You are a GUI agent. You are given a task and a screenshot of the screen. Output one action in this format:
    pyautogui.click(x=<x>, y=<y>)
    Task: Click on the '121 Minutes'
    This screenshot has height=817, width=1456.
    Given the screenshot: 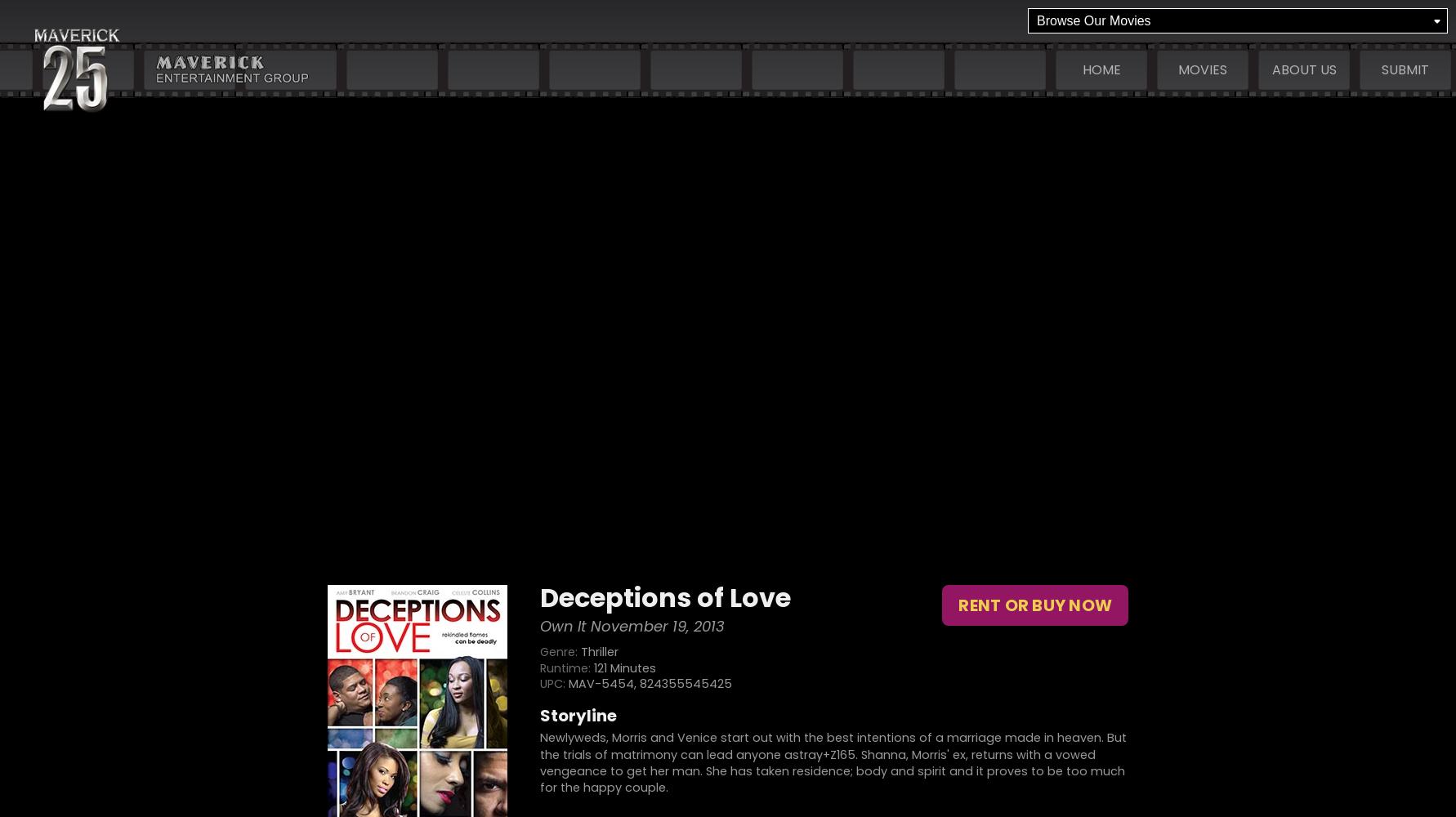 What is the action you would take?
    pyautogui.click(x=623, y=667)
    